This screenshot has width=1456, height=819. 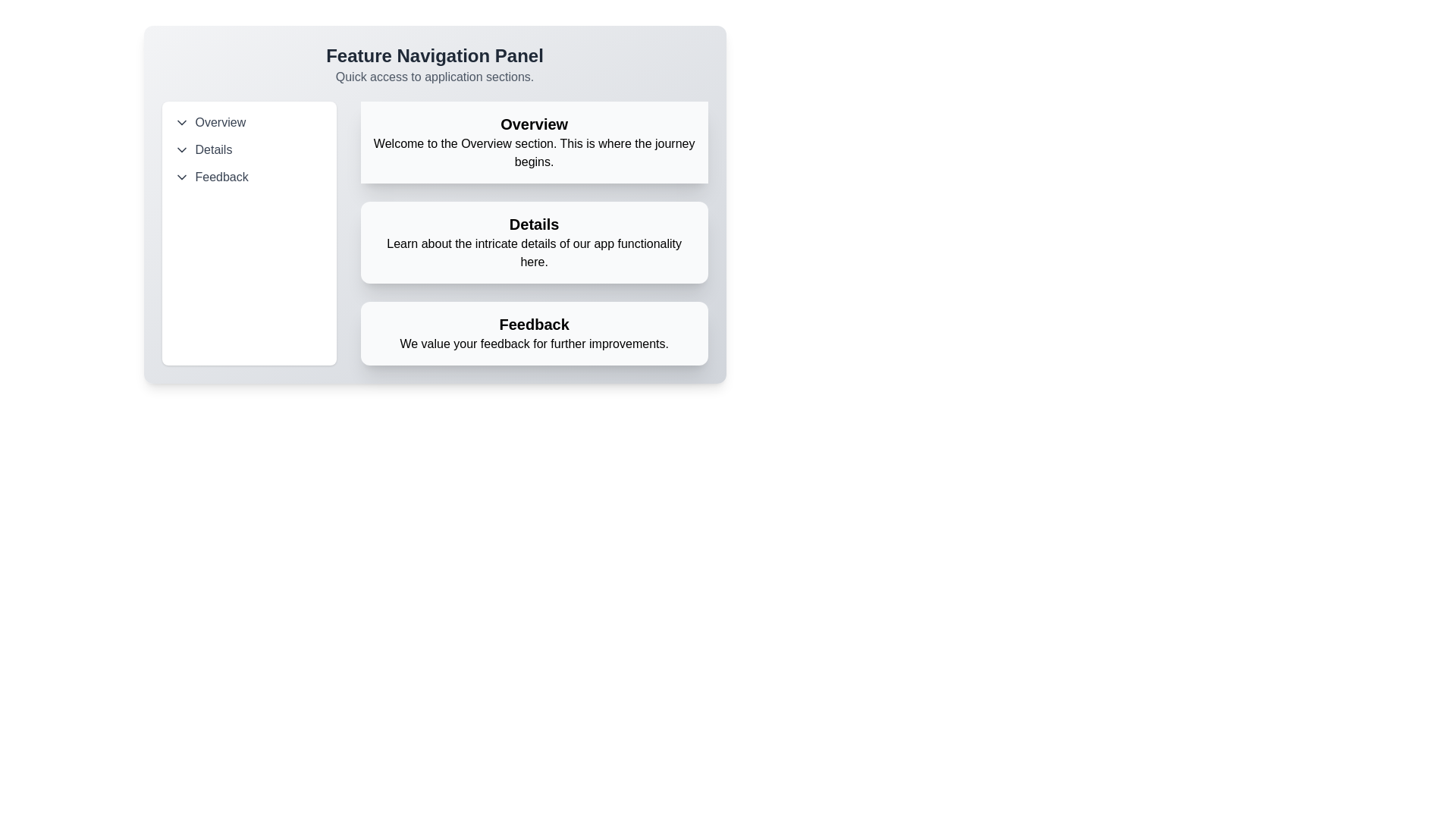 I want to click on the chevron icon that toggles the dropdown menu associated with the 'Overview' section, so click(x=181, y=122).